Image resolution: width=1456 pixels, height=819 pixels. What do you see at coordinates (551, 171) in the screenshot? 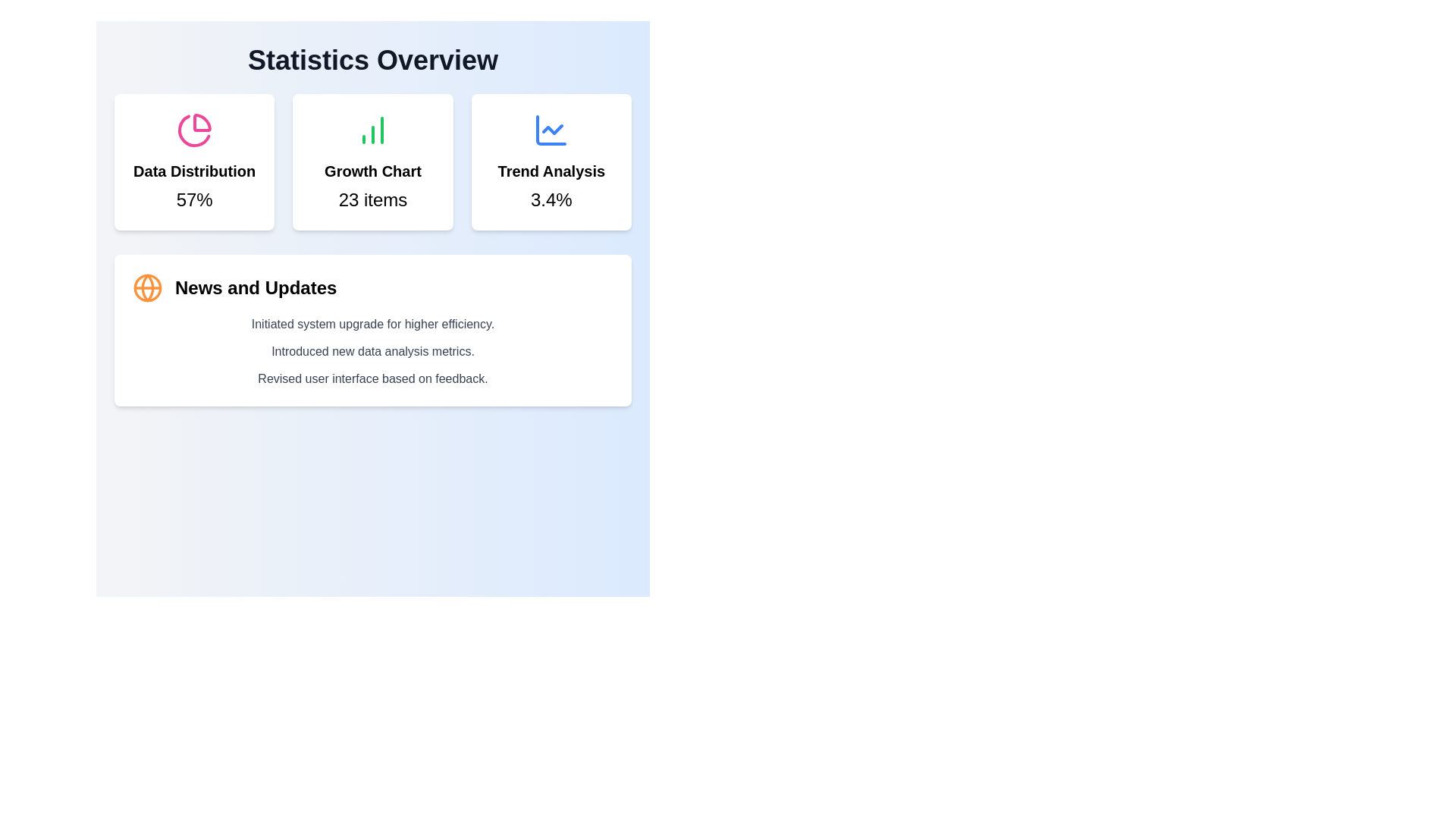
I see `the text label indicating 'Trend Analysis' that is centered within a card structure, positioned below a blue chart icon and above a text element reading '3.4%'` at bounding box center [551, 171].